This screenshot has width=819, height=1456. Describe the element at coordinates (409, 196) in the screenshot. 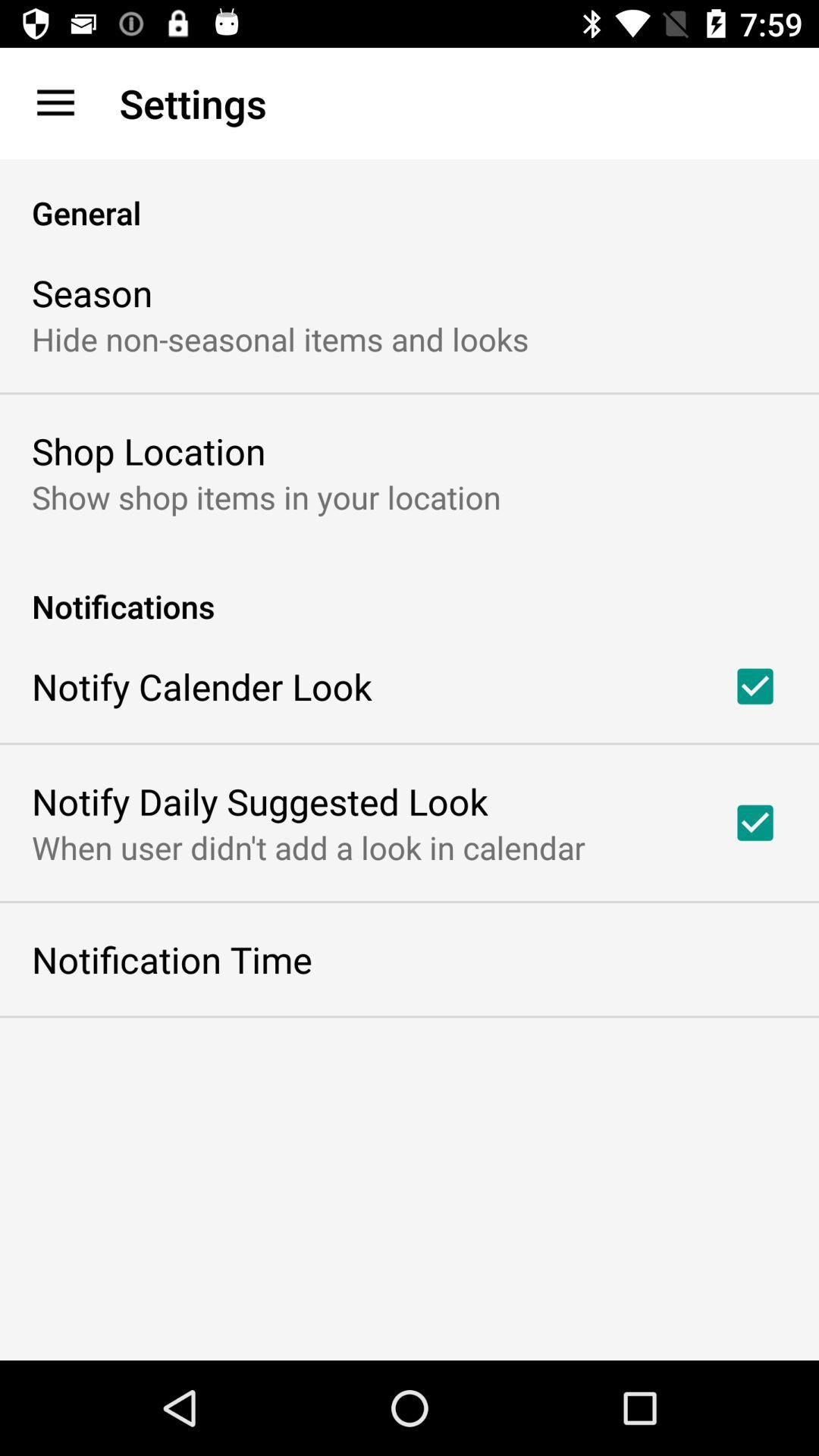

I see `the general item` at that location.